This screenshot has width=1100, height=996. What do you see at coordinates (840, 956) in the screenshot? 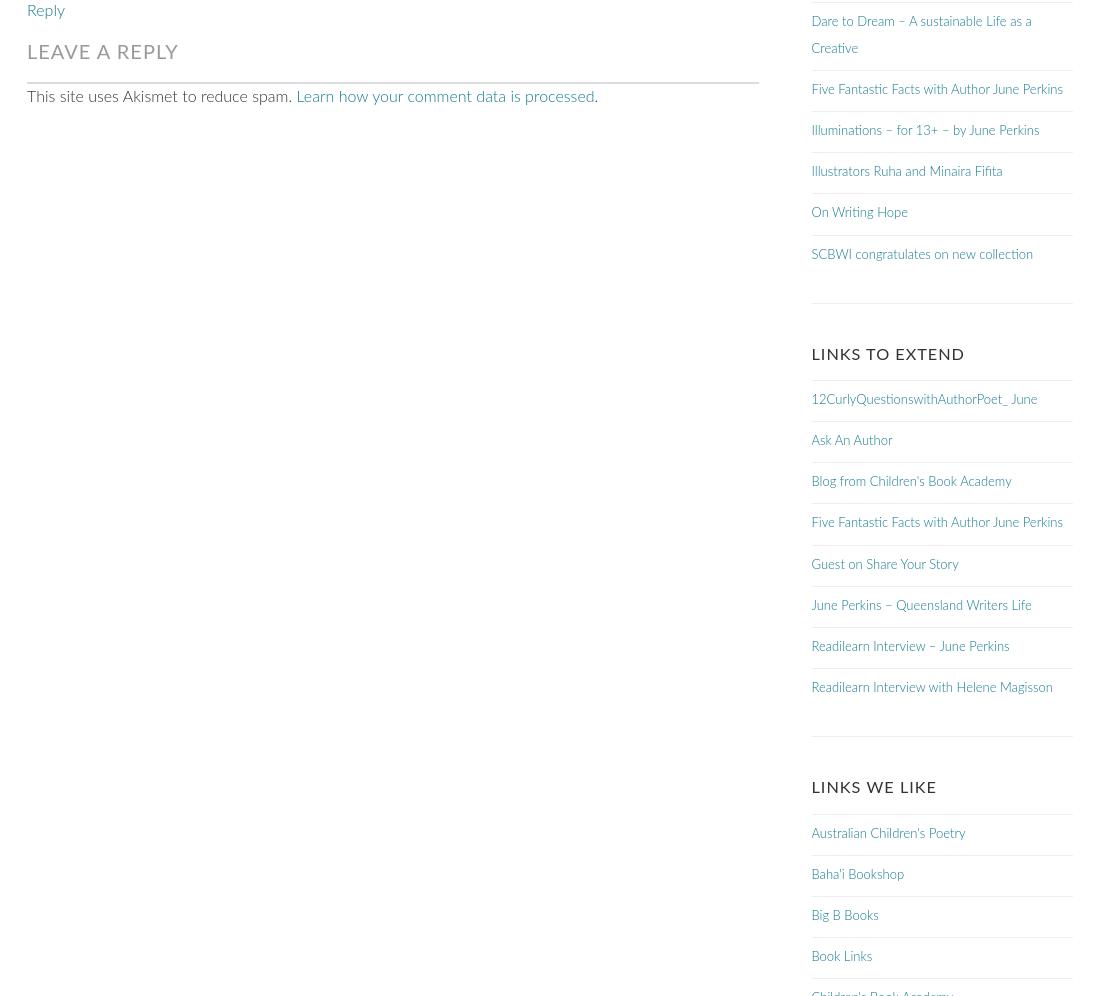
I see `'Book Links'` at bounding box center [840, 956].